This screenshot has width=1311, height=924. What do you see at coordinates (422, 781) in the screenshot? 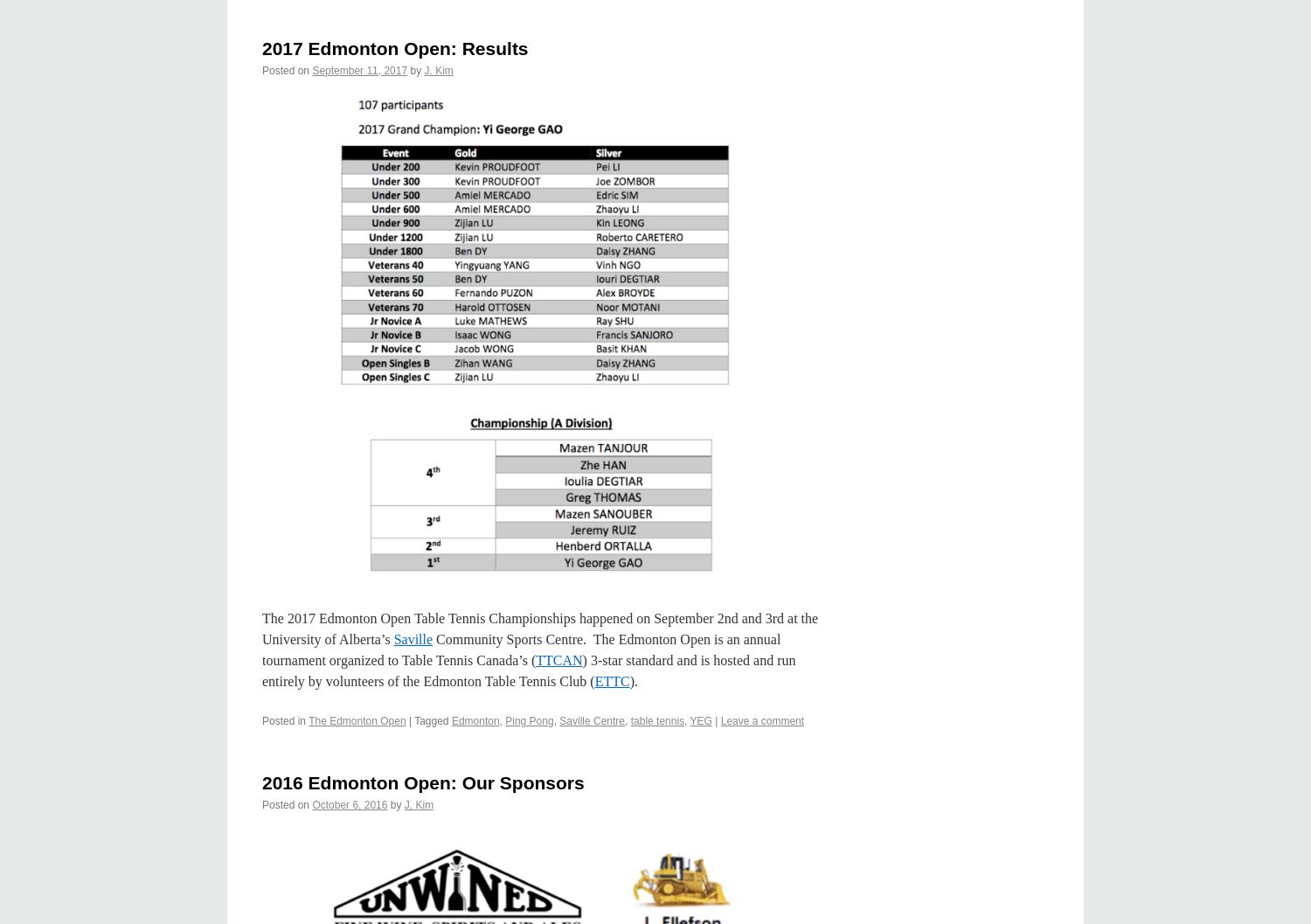
I see `'2016 Edmonton Open: Our Sponsors'` at bounding box center [422, 781].